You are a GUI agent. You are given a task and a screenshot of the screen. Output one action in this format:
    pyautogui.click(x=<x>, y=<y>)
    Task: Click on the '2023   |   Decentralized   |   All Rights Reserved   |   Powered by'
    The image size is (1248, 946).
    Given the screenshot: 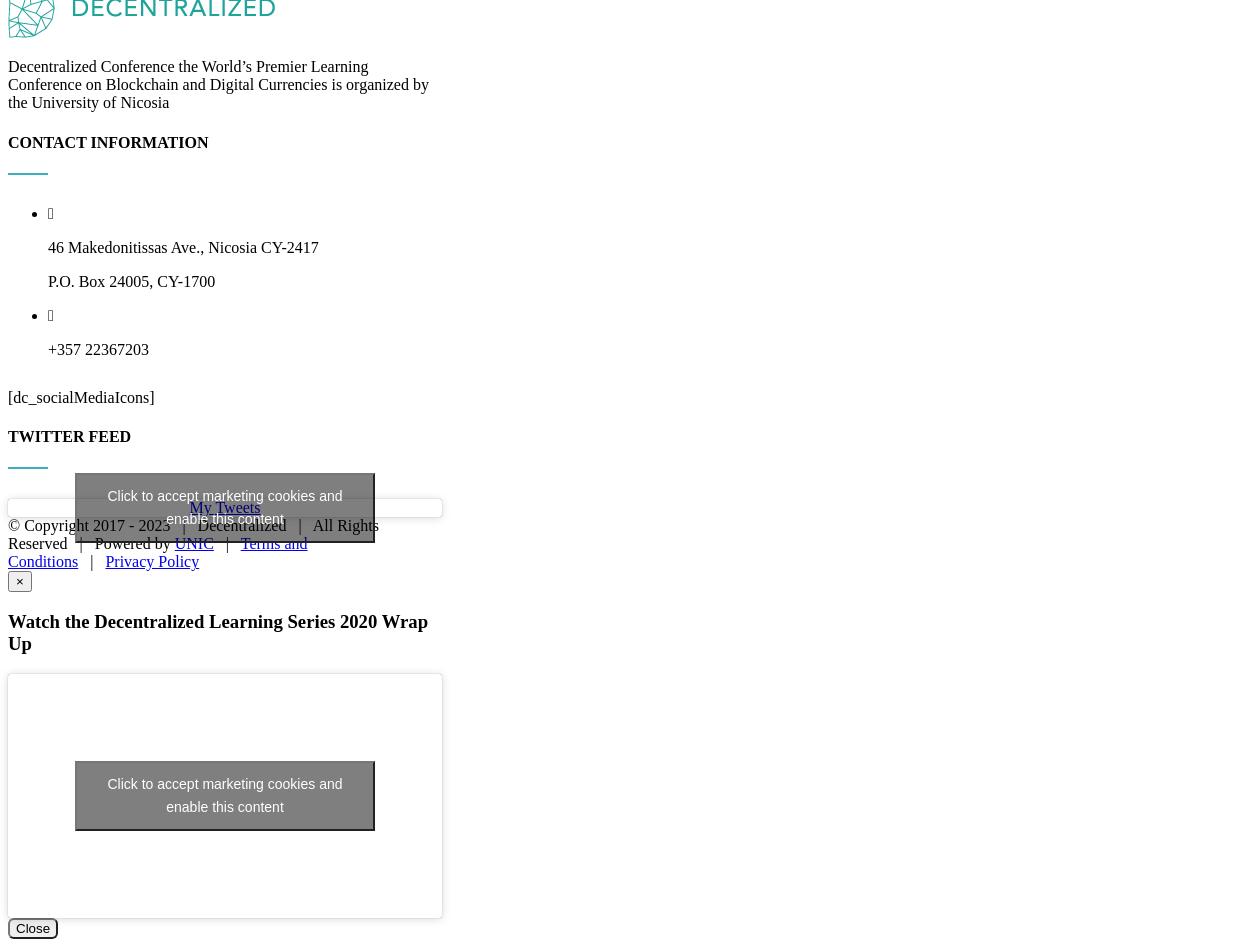 What is the action you would take?
    pyautogui.click(x=191, y=734)
    